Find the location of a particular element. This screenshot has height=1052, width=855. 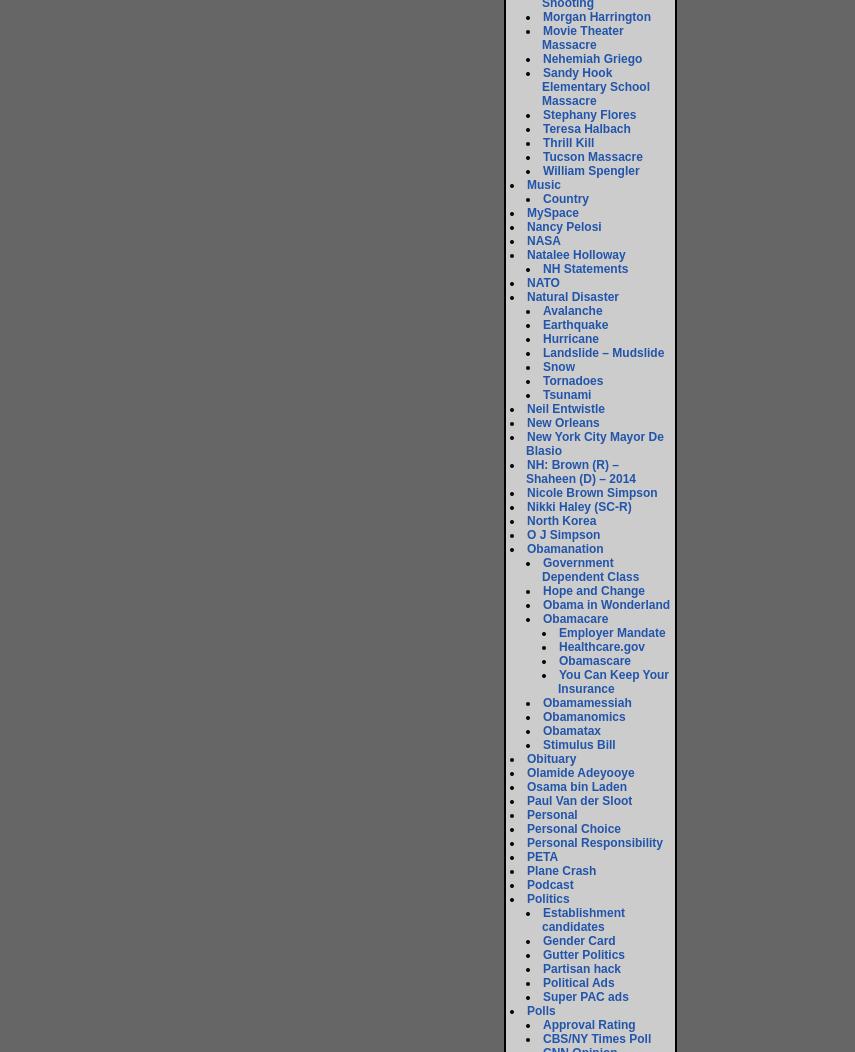

'Establishment candidates' is located at coordinates (582, 919).